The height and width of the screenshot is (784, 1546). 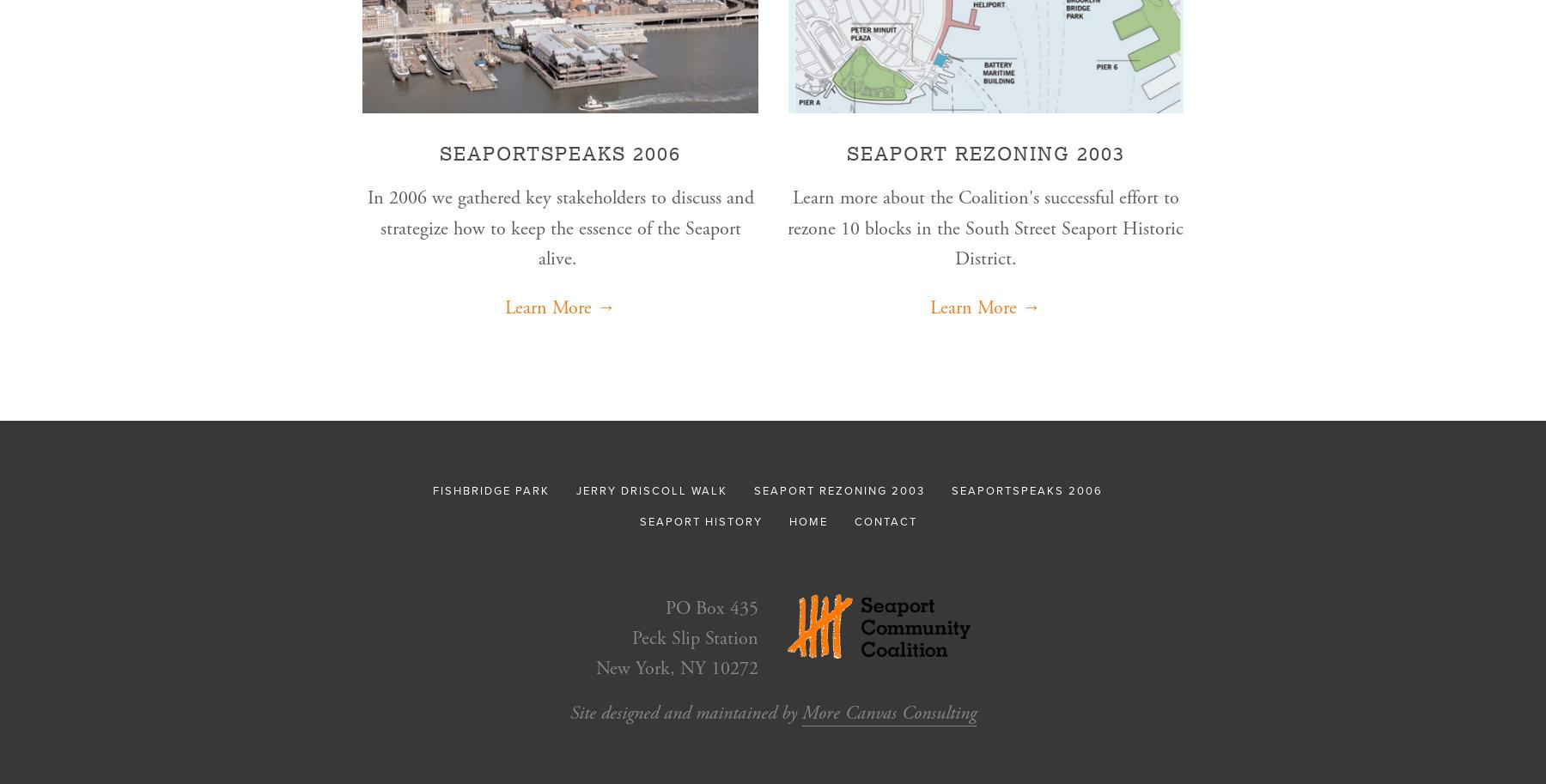 I want to click on 'Learn more about the Coalition's successful effort to rezone 10 blocks in the South Street Seaport Historic District.', so click(x=984, y=228).